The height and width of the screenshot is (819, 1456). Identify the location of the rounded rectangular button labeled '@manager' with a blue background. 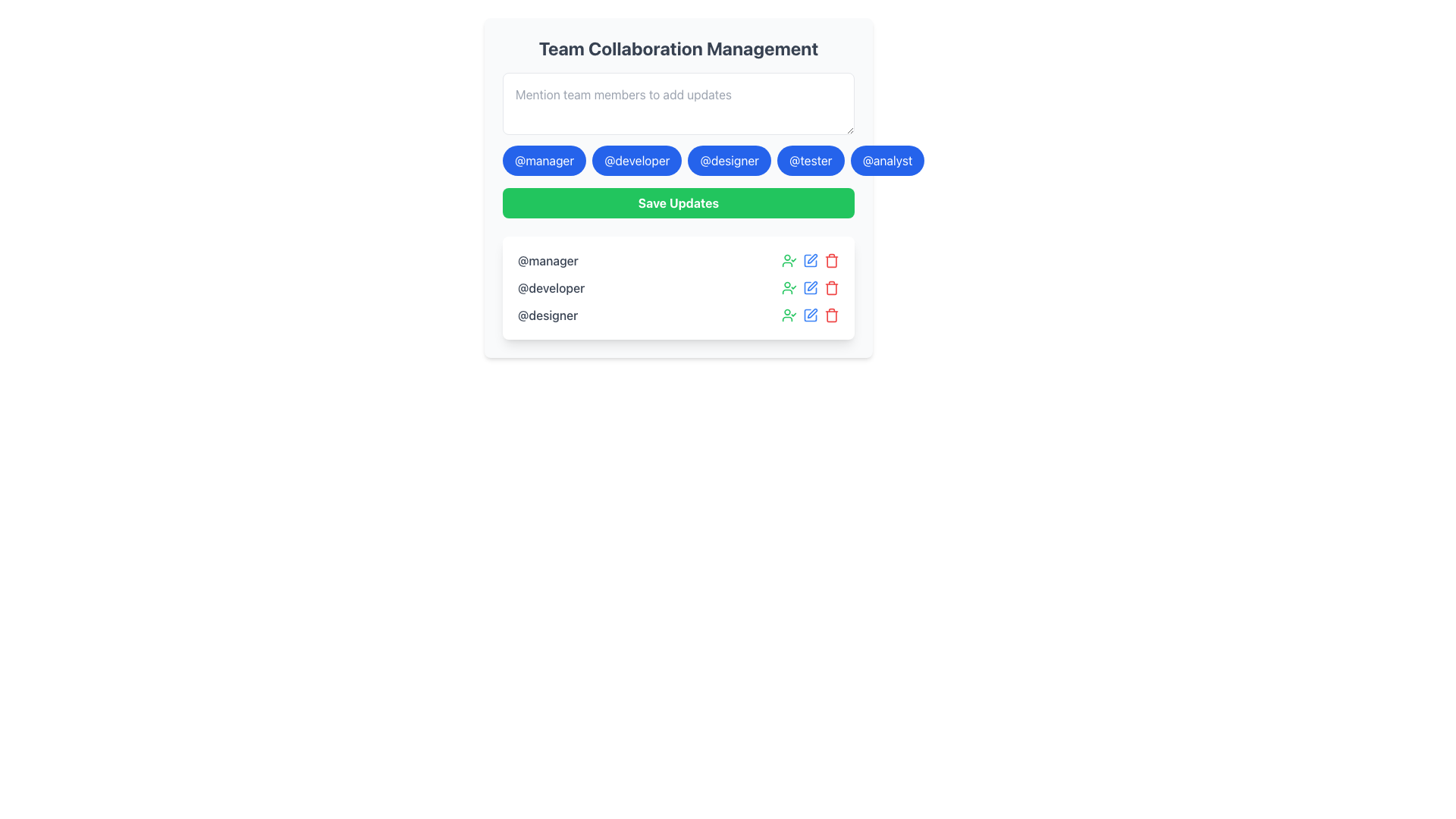
(544, 161).